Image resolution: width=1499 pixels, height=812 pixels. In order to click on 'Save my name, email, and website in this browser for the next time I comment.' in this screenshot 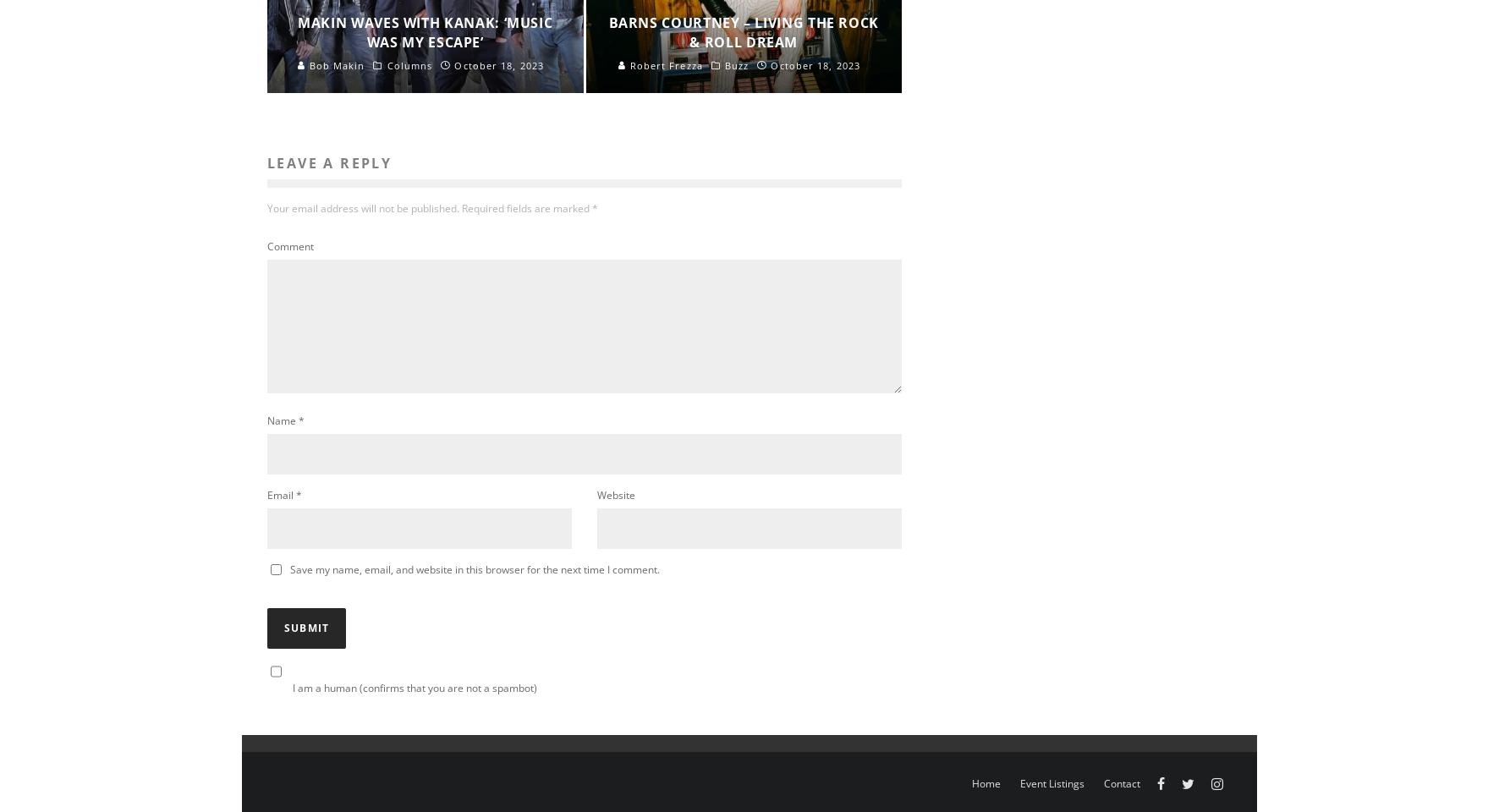, I will do `click(475, 568)`.